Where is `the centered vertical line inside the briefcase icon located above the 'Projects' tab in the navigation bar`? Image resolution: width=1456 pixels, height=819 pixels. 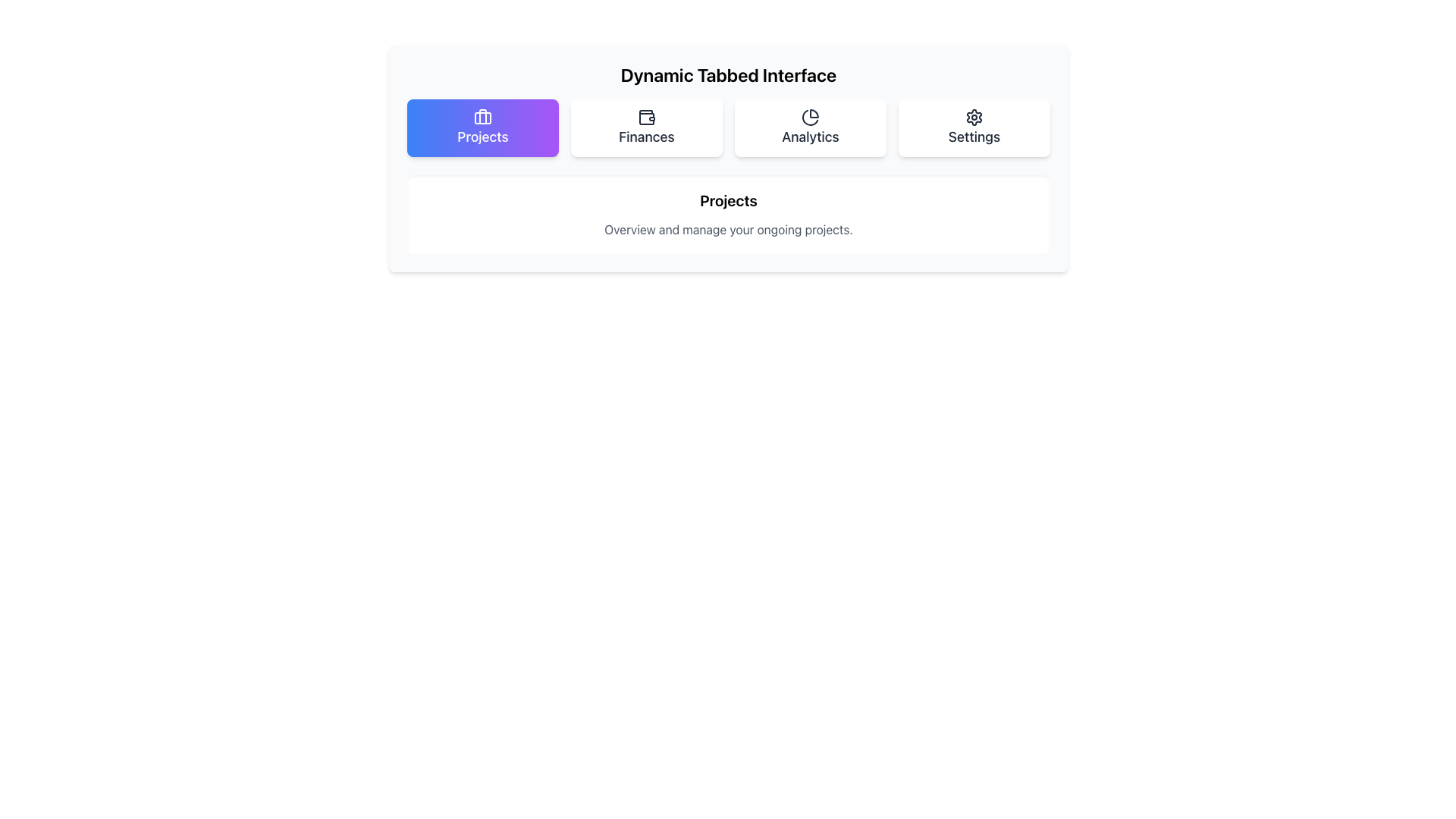 the centered vertical line inside the briefcase icon located above the 'Projects' tab in the navigation bar is located at coordinates (482, 116).